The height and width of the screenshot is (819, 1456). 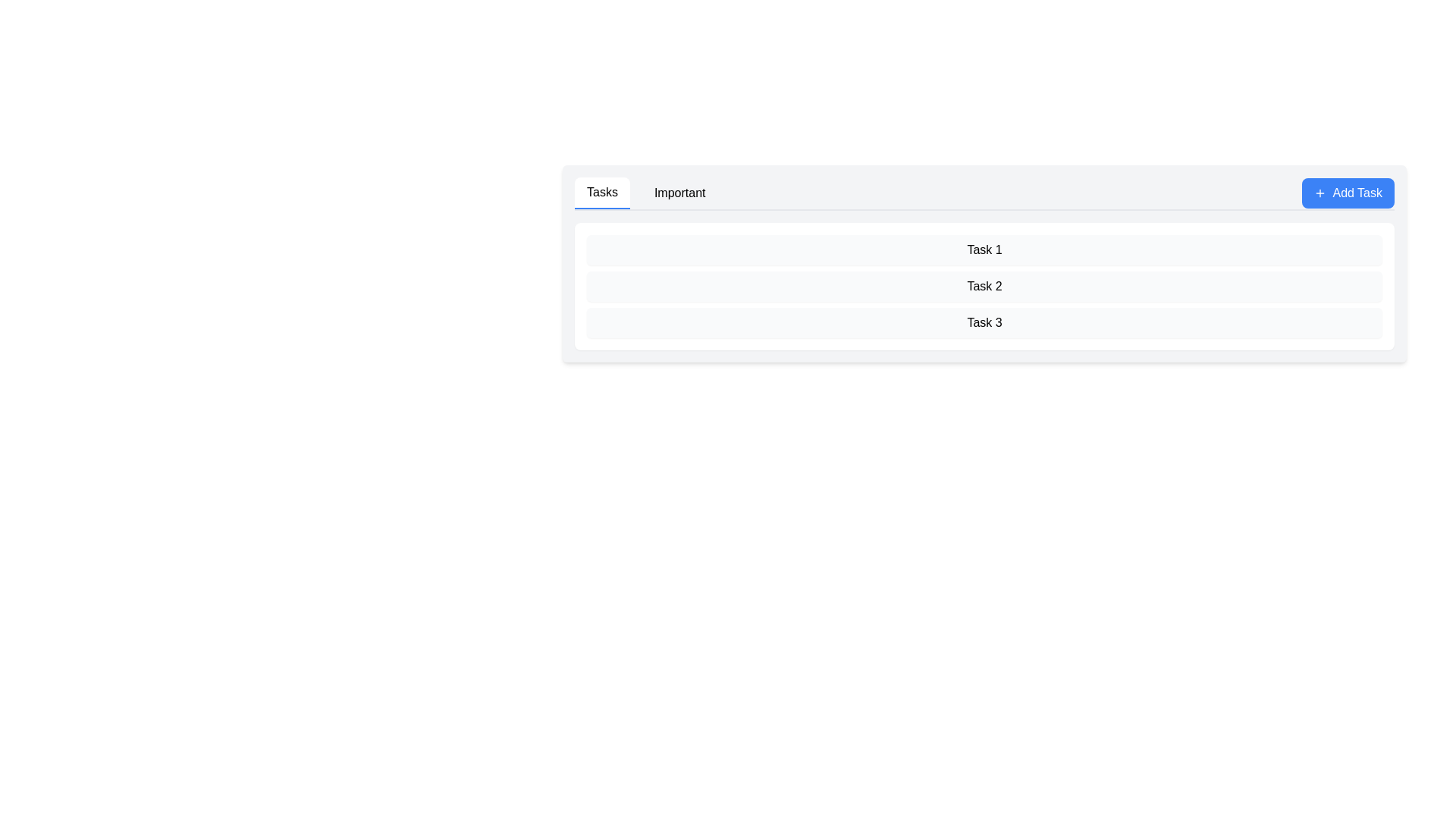 I want to click on the second tab in the horizontal list of tabs, which is positioned to the right of the 'Tasks' tab, so click(x=679, y=192).